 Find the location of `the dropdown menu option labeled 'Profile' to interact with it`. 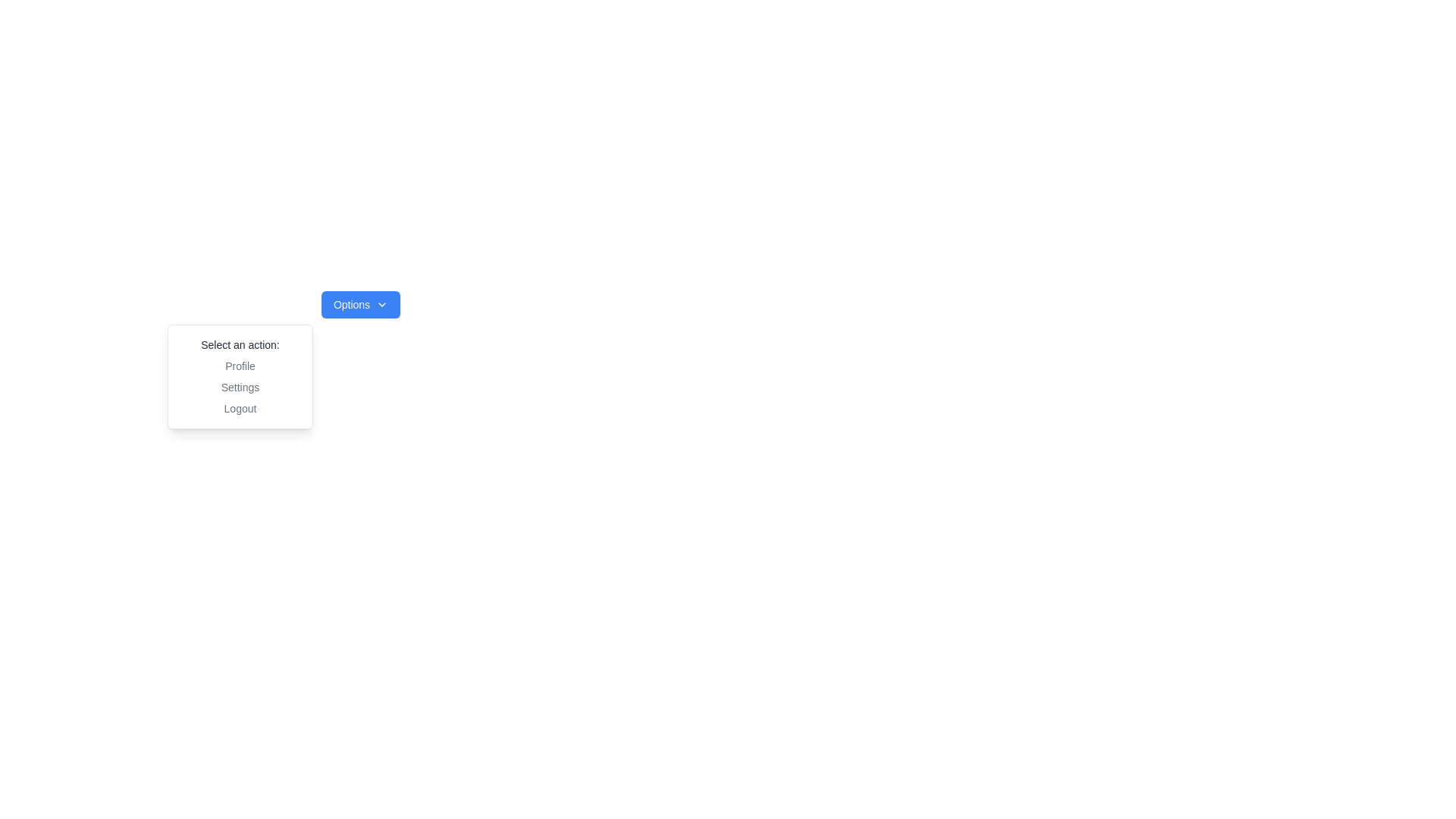

the dropdown menu option labeled 'Profile' to interact with it is located at coordinates (239, 376).